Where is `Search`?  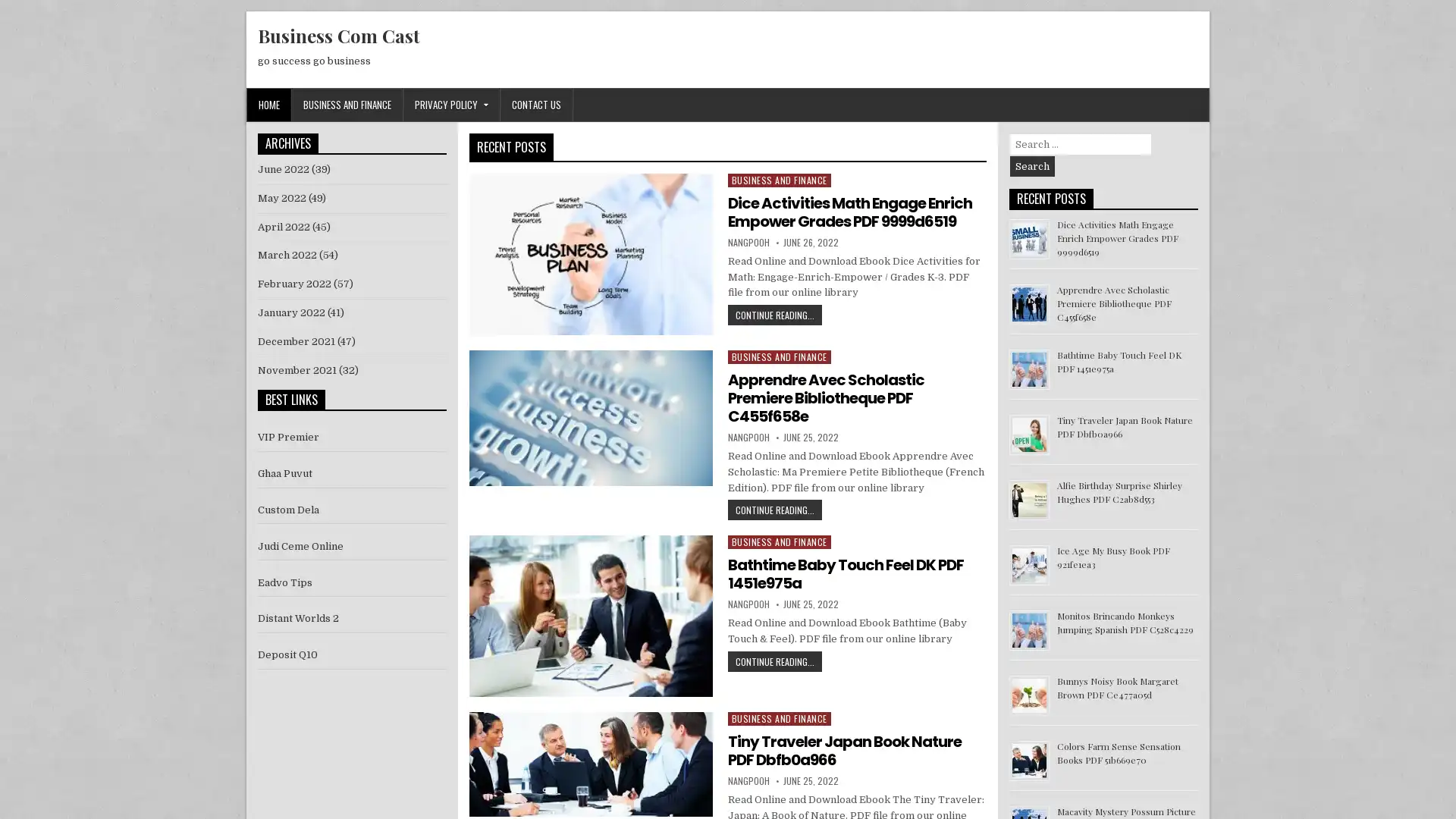
Search is located at coordinates (1031, 166).